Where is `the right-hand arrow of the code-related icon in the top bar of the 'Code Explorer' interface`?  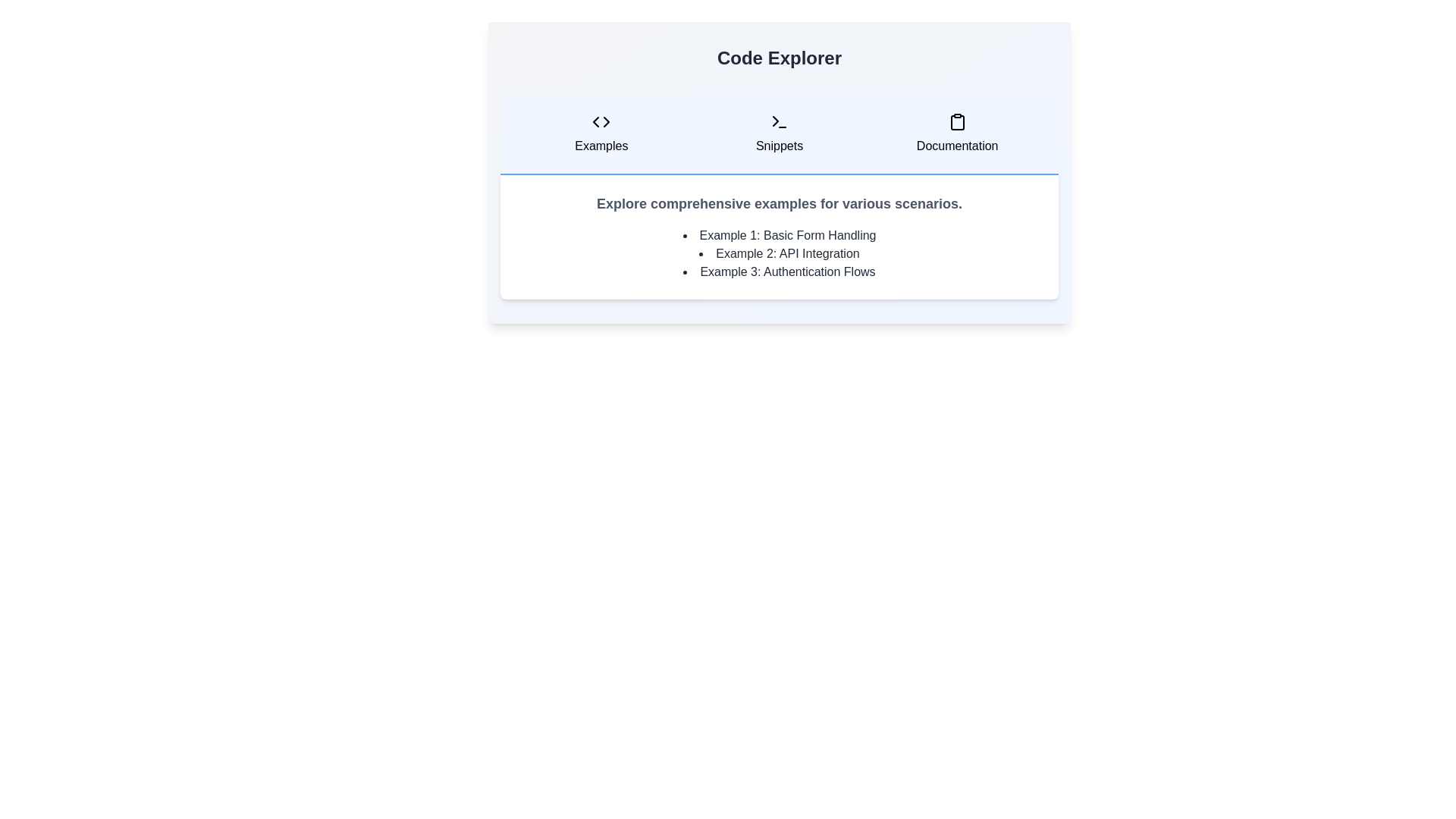
the right-hand arrow of the code-related icon in the top bar of the 'Code Explorer' interface is located at coordinates (607, 121).